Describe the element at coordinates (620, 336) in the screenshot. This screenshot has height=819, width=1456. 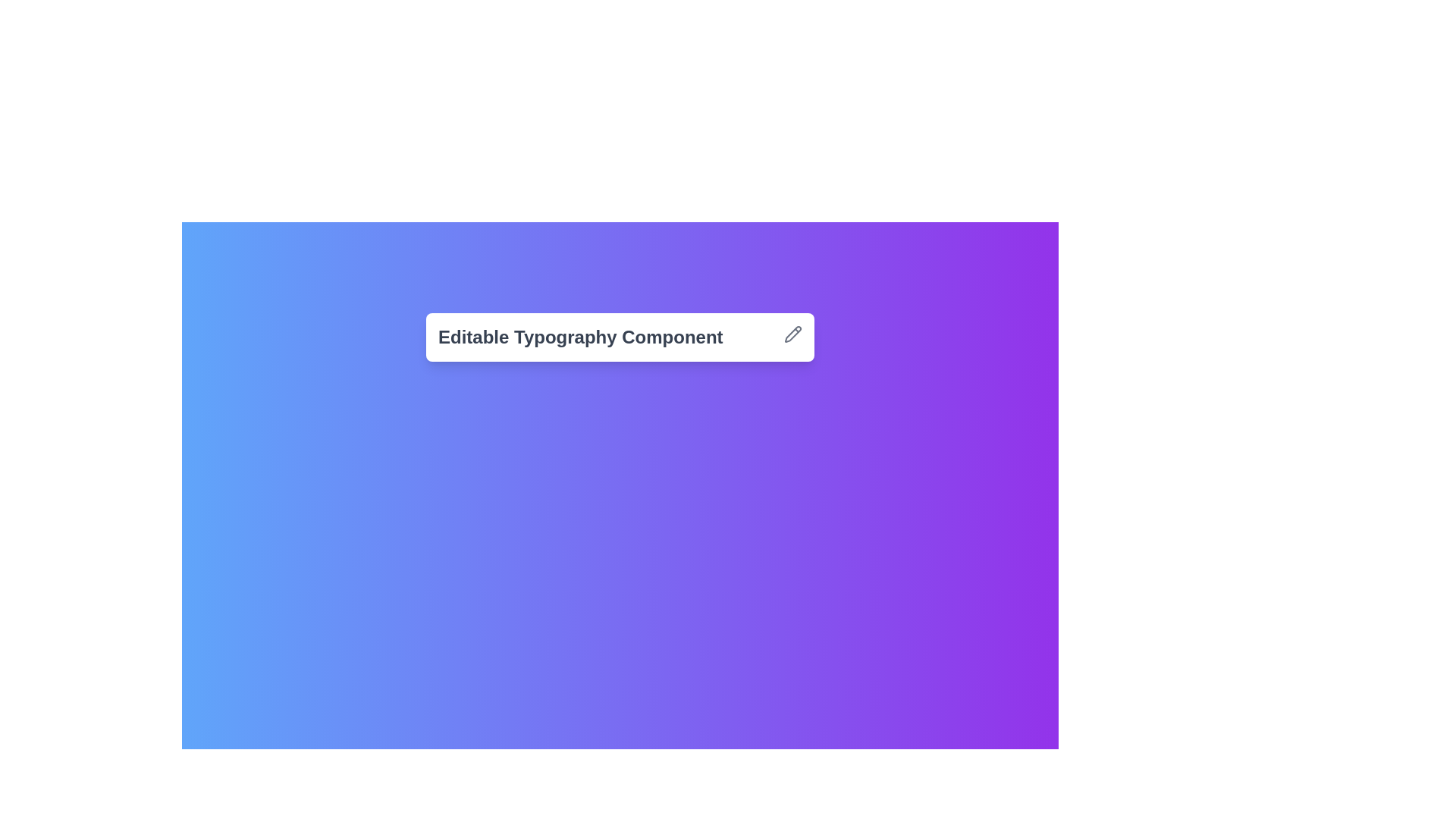
I see `the editable text area located centrally within a white rounded rectangle with a shadow effect, which also contains a pencil icon for editing functionality` at that location.